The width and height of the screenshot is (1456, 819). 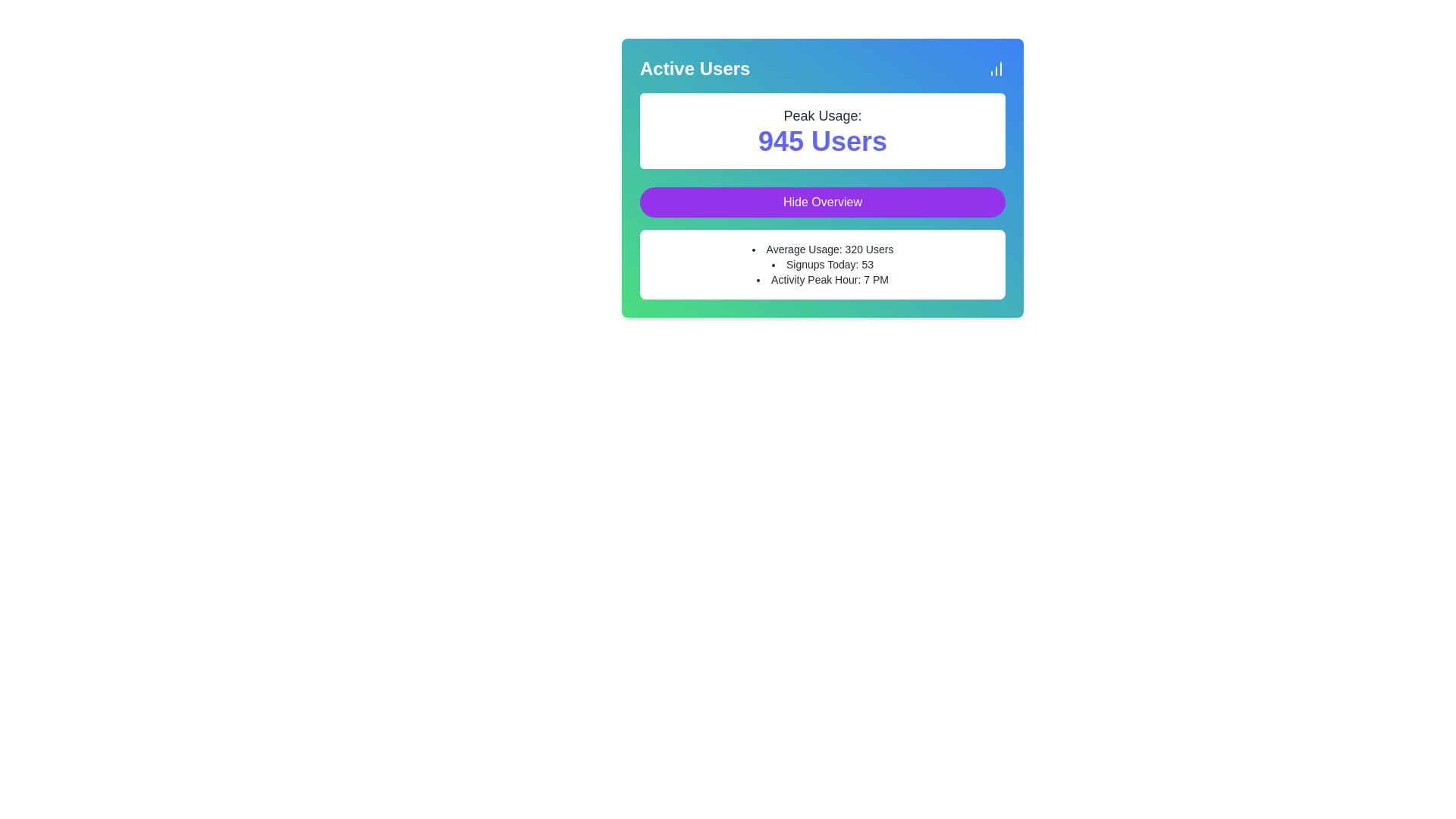 What do you see at coordinates (821, 248) in the screenshot?
I see `the first item in the bulleted list displaying average usage statistics, which is positioned above 'Signups Today: 53' and 'Activity Peak Hour: 7 PM'` at bounding box center [821, 248].